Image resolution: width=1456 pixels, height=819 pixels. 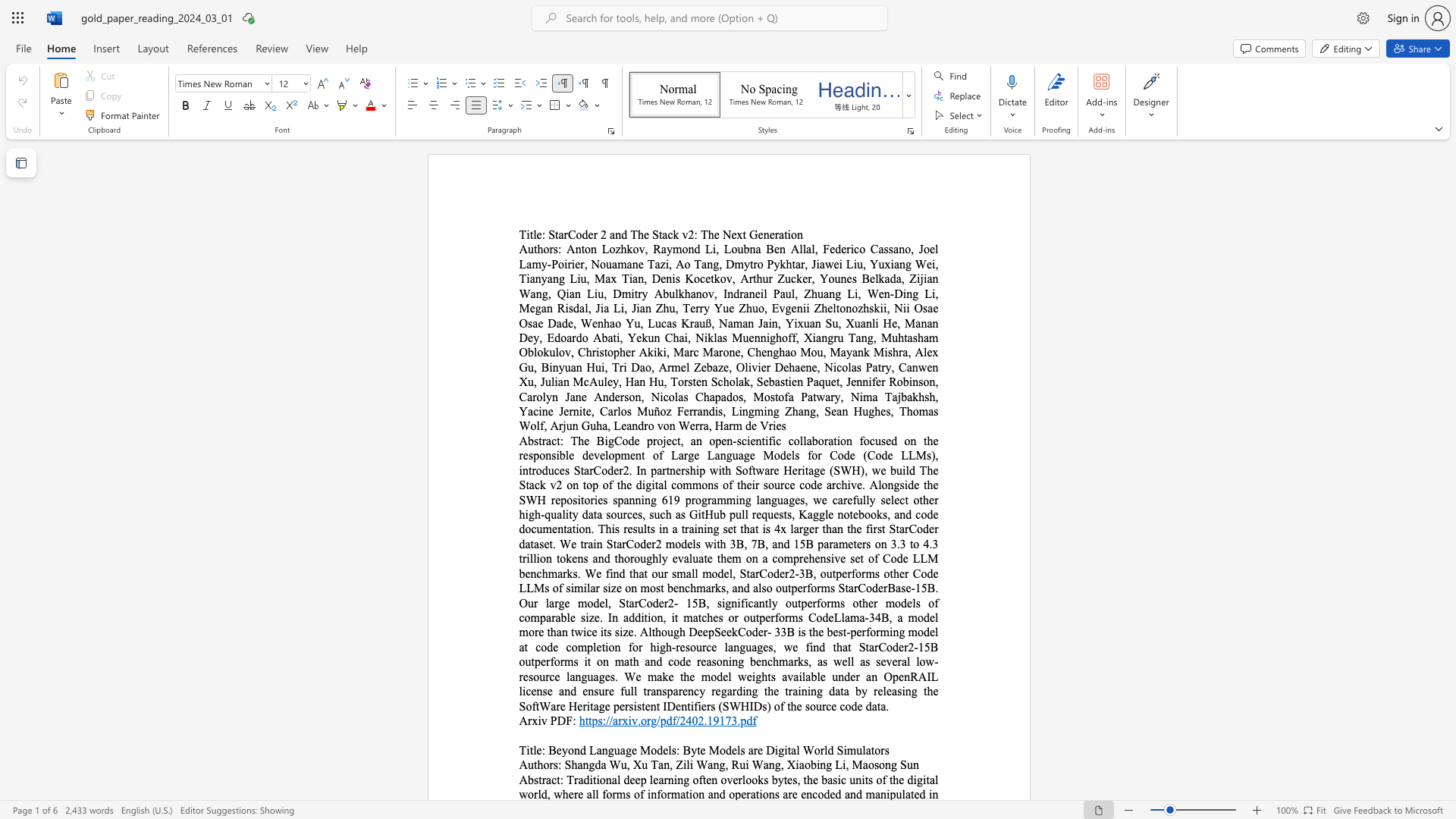 I want to click on the subset text "bin" within the text "Xiaobing Li,", so click(x=809, y=764).